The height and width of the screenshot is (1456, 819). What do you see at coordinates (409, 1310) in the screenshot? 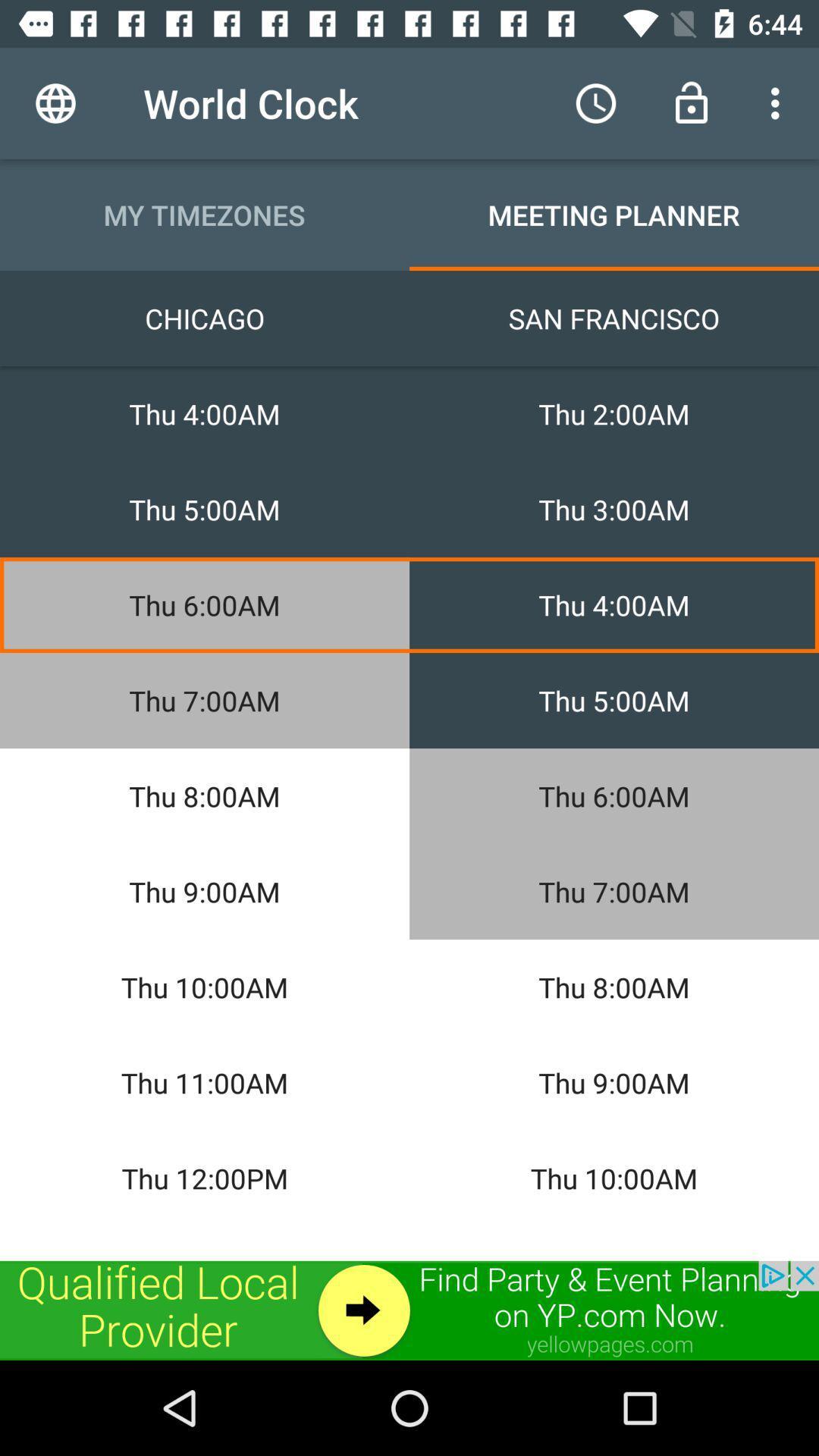
I see `yellowpages.com advertisement` at bounding box center [409, 1310].